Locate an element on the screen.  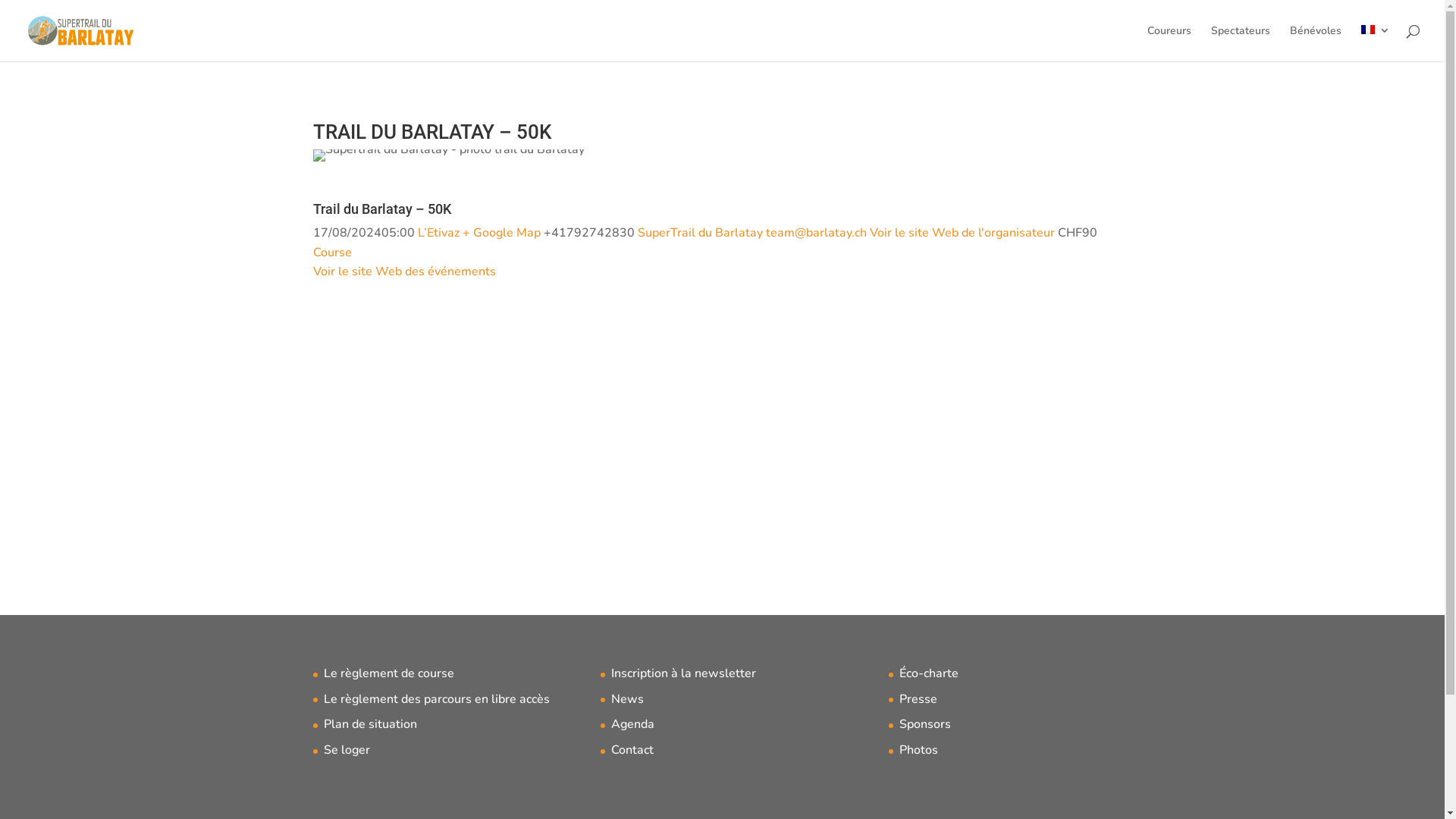
'Photos' is located at coordinates (899, 748).